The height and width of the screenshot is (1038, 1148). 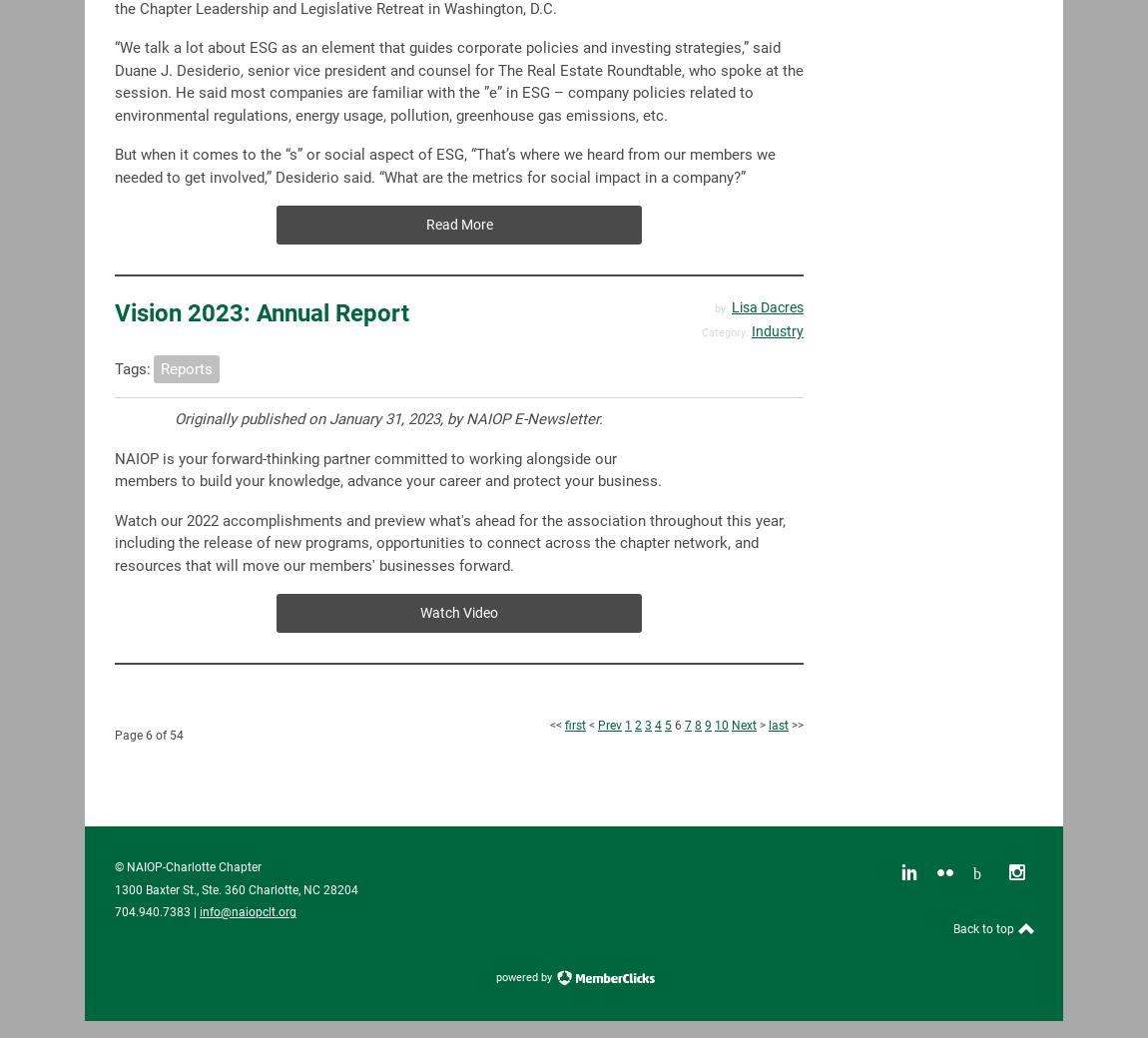 I want to click on '“We talk a lot about ESG as an element that guides corporate policies and investing strategies,” said Duane J. Desiderio, senior vice president and counsel for The Real Estate Roundtable, who spoke at the session. He said most companies are familiar with the ”e” in ESG – company policies related to environmental regulations, energy usage, pollution, greenhouse gas emissions, etc.', so click(x=459, y=80).